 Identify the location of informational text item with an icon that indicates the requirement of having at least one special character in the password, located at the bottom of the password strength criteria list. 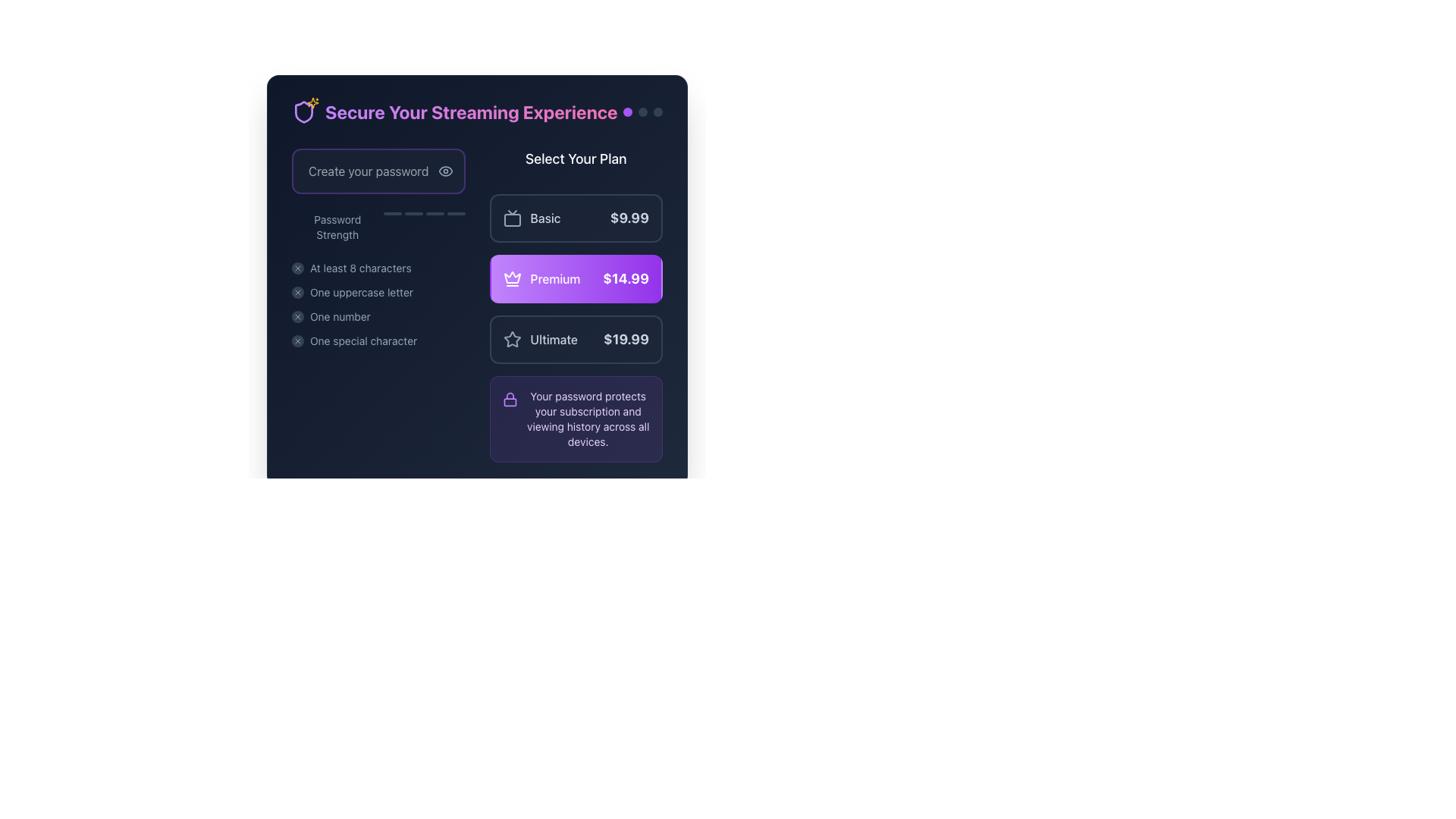
(378, 341).